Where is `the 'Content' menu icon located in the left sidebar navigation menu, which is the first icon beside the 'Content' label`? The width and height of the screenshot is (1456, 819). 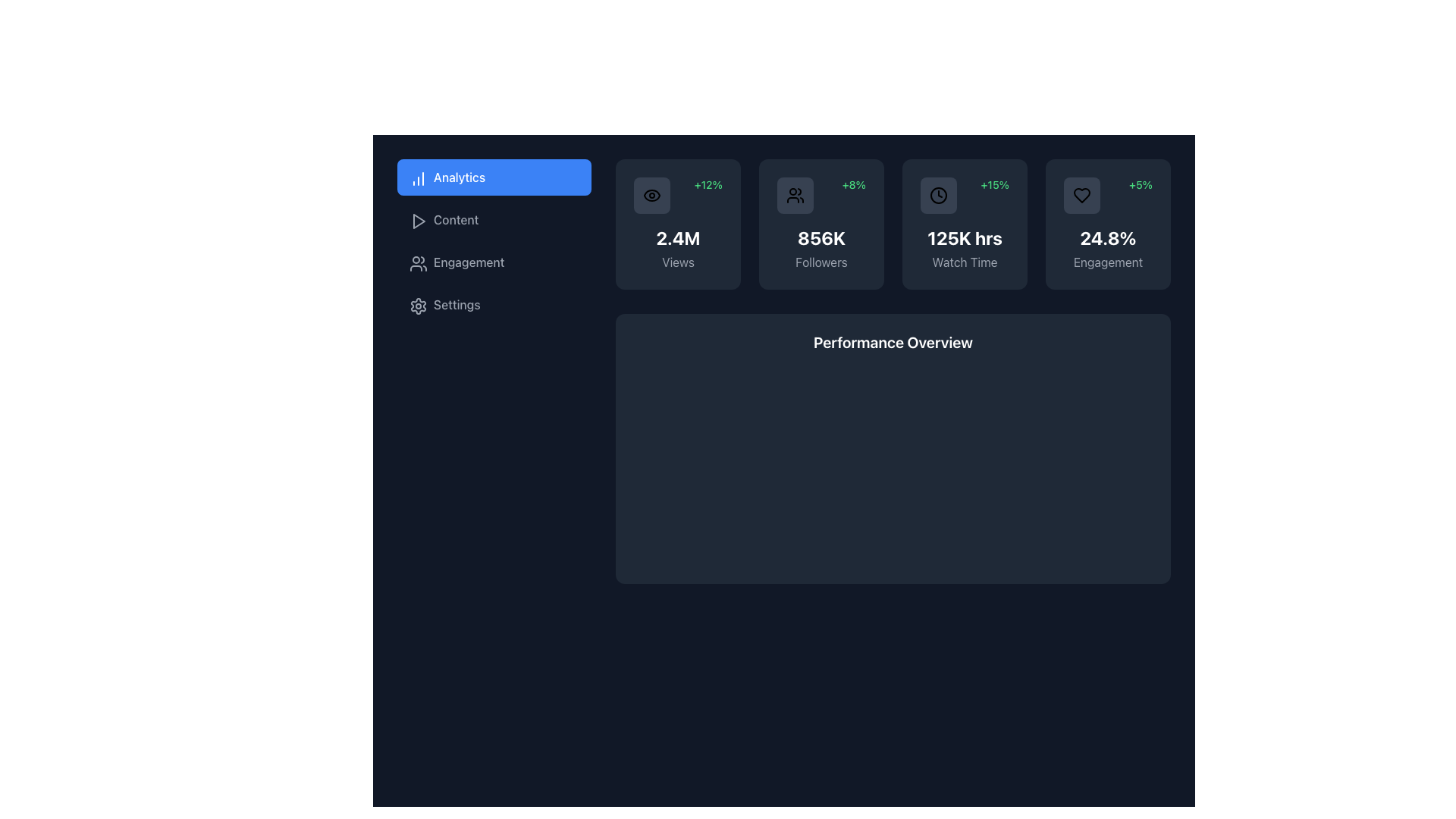 the 'Content' menu icon located in the left sidebar navigation menu, which is the first icon beside the 'Content' label is located at coordinates (417, 219).